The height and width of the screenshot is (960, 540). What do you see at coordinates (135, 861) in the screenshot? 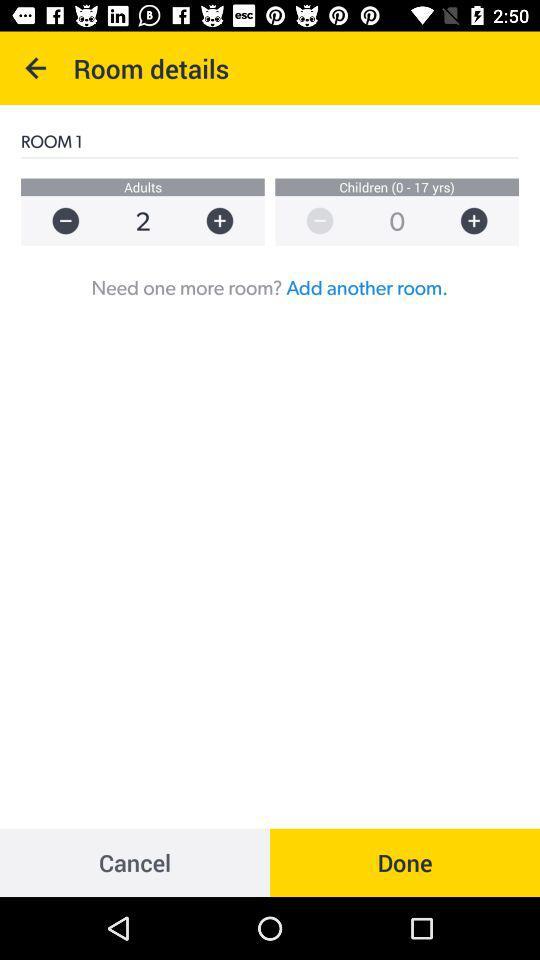
I see `cancel item` at bounding box center [135, 861].